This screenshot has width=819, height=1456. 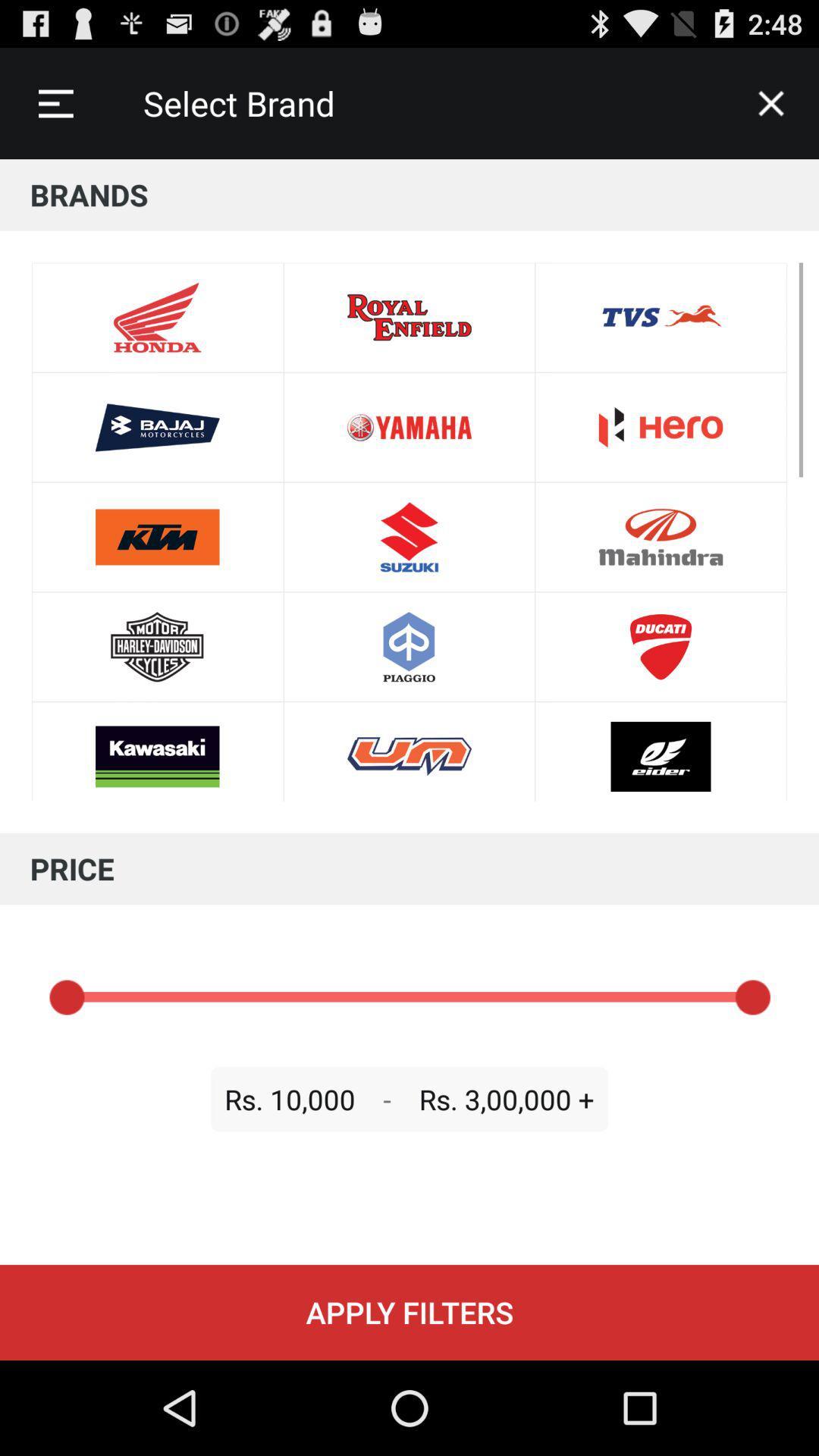 What do you see at coordinates (55, 102) in the screenshot?
I see `item next to the select brand icon` at bounding box center [55, 102].